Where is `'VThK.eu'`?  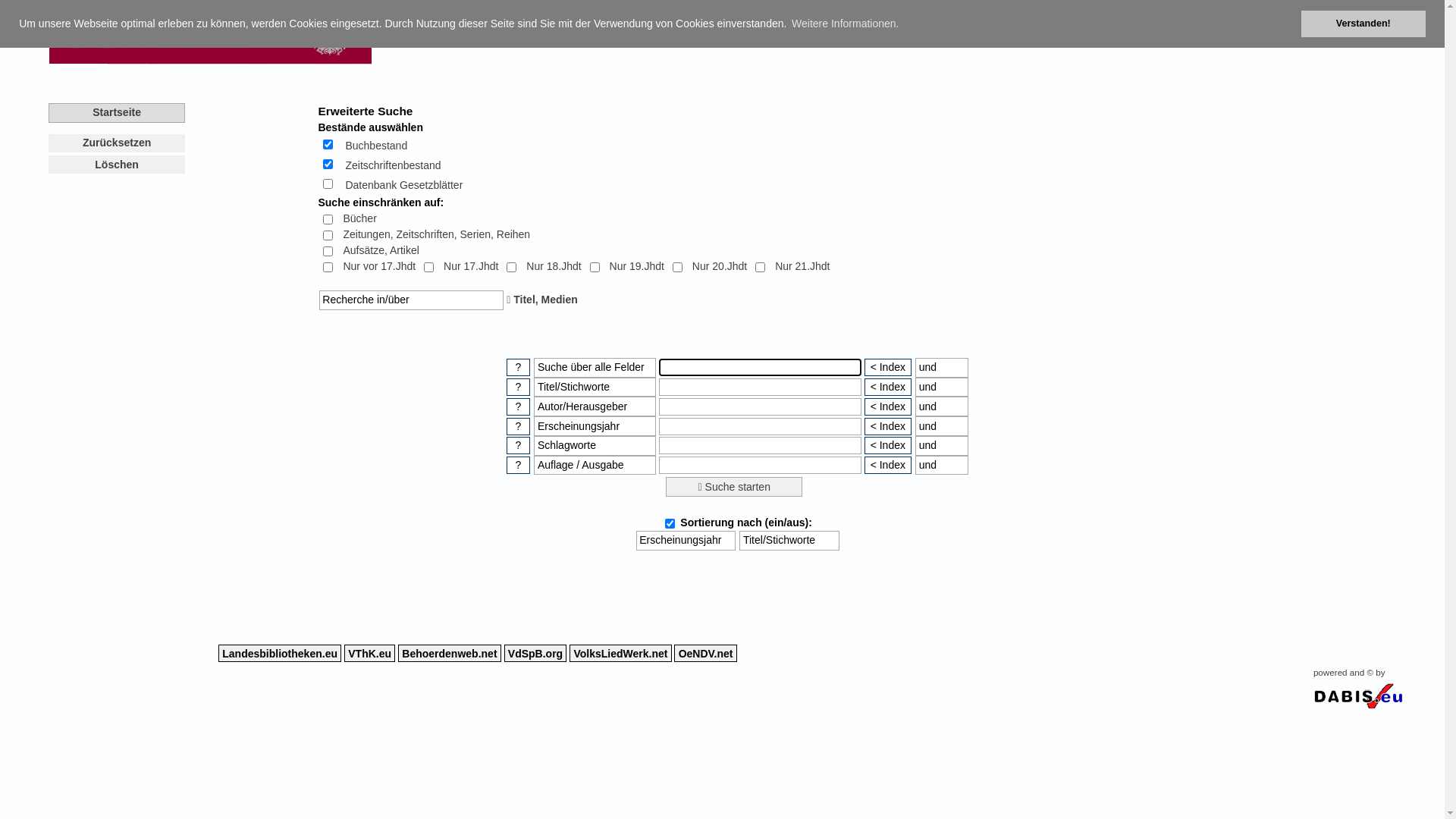 'VThK.eu' is located at coordinates (369, 652).